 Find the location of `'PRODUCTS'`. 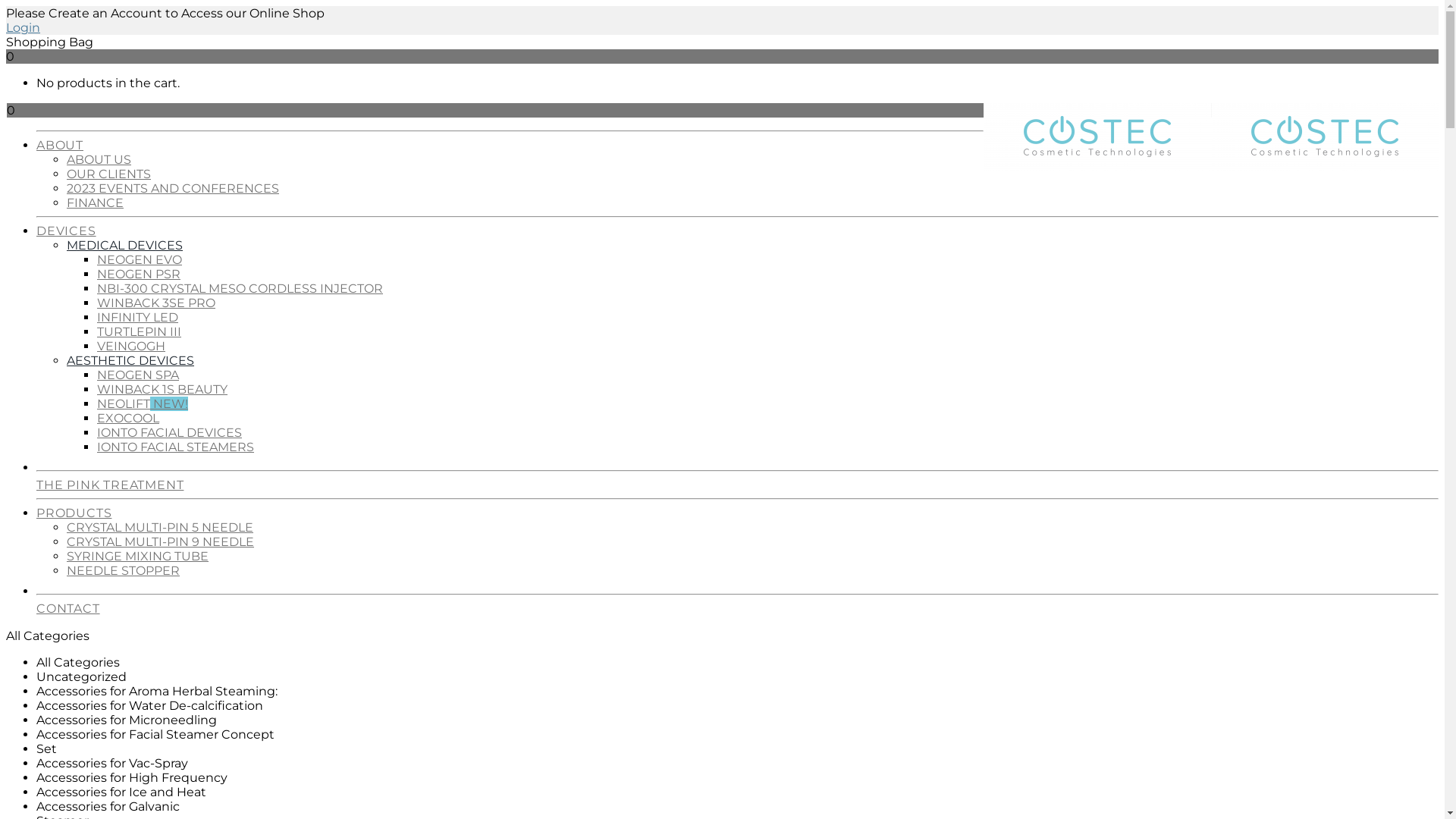

'PRODUCTS' is located at coordinates (36, 509).